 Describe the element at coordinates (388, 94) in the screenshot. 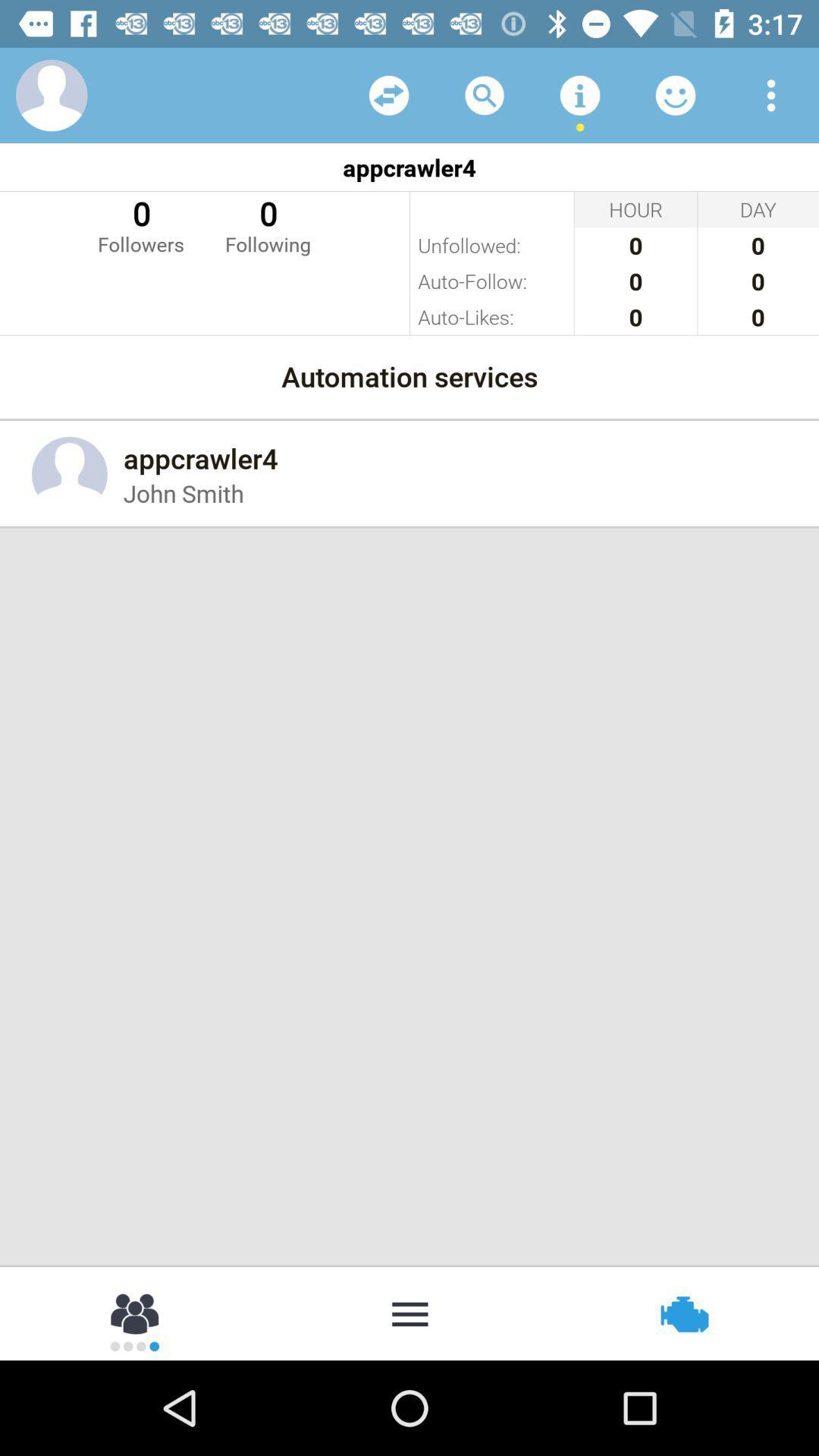

I see `reload button` at that location.